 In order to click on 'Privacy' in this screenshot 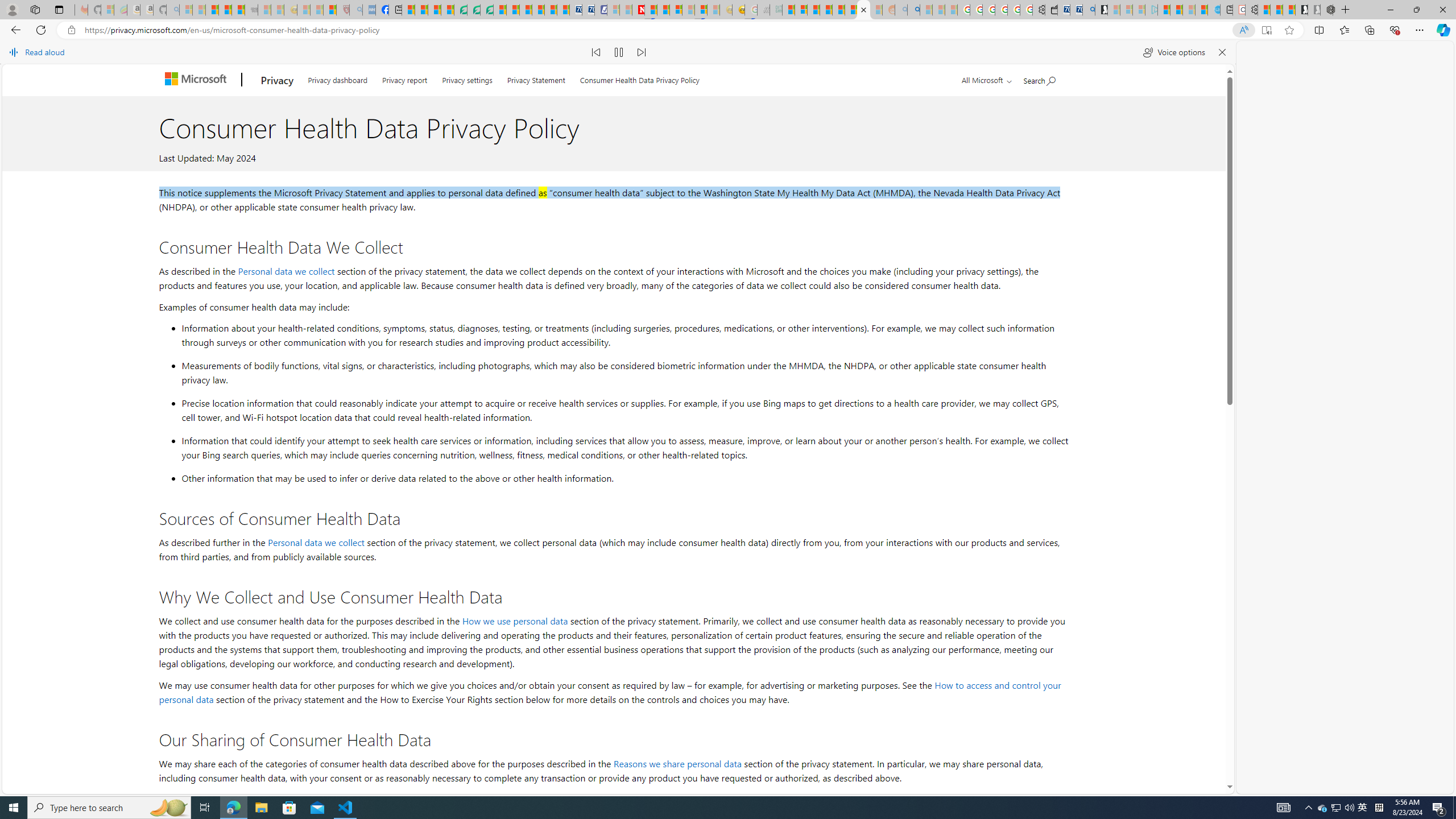, I will do `click(276, 80)`.